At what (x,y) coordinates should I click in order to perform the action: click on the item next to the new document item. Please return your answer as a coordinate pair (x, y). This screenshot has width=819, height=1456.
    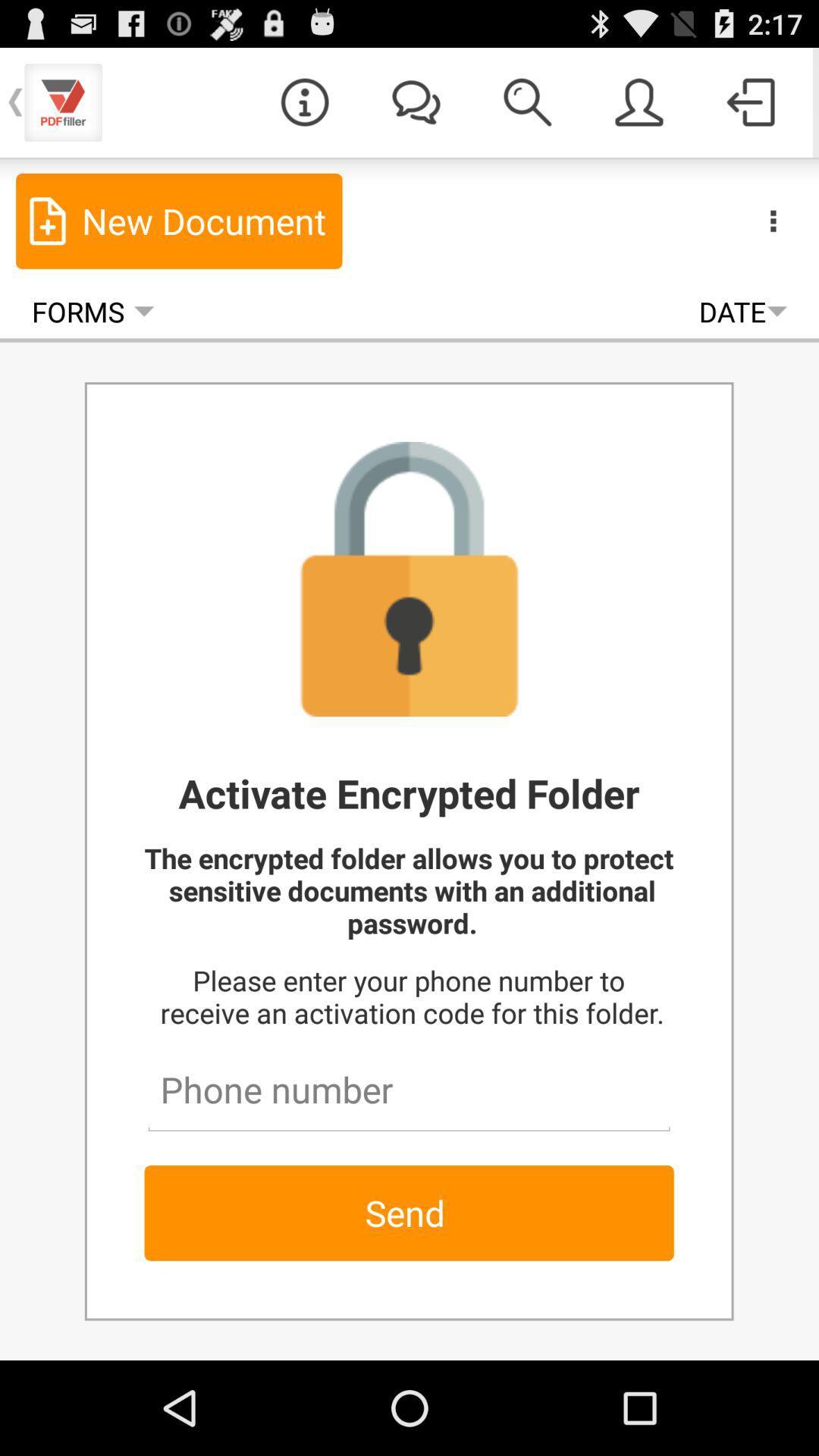
    Looking at the image, I should click on (773, 220).